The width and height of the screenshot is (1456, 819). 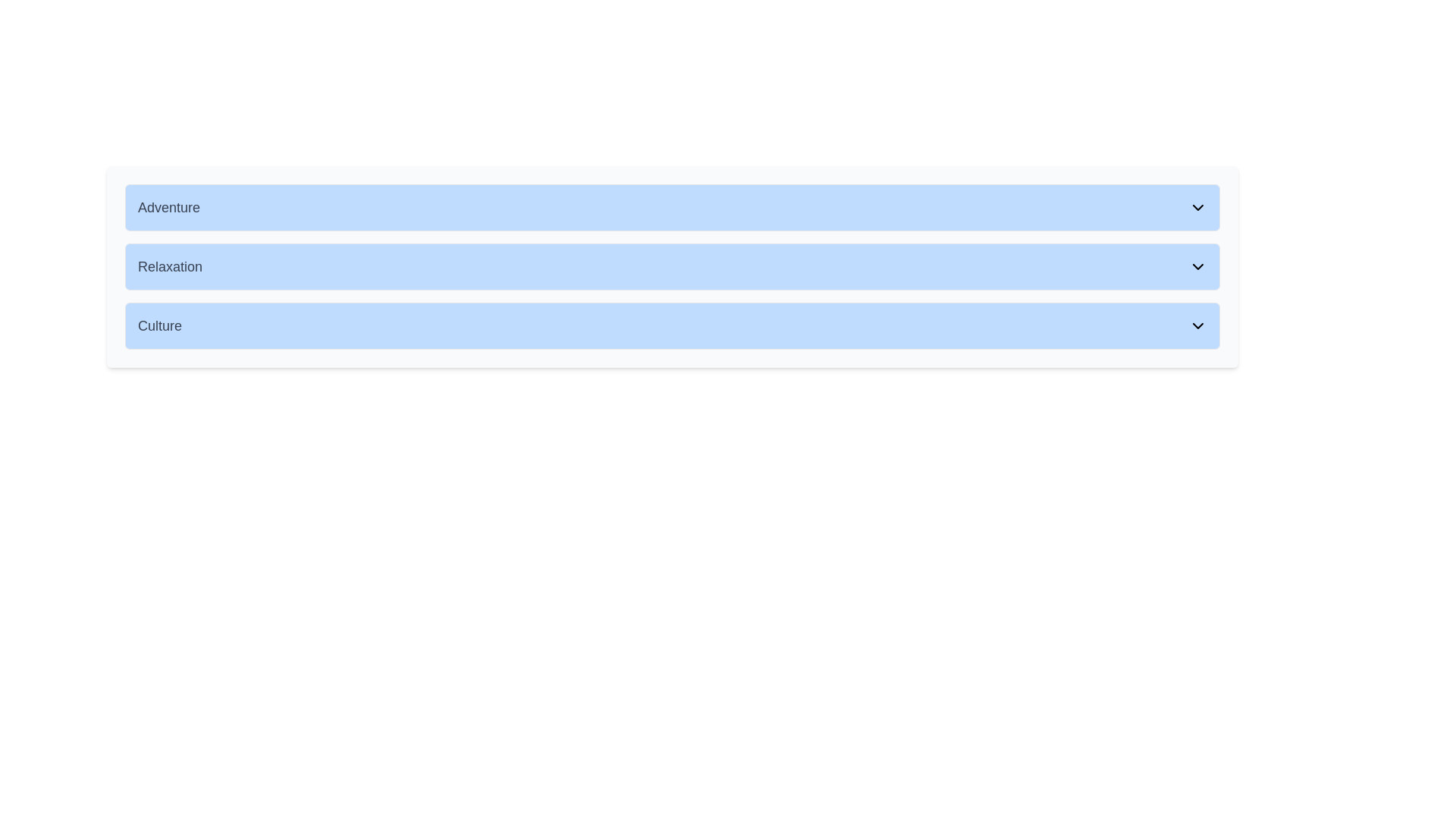 What do you see at coordinates (170, 265) in the screenshot?
I see `text label that says 'Relaxation', which is styled with a gray font on a blue background, located in the middle of the second section from the top` at bounding box center [170, 265].